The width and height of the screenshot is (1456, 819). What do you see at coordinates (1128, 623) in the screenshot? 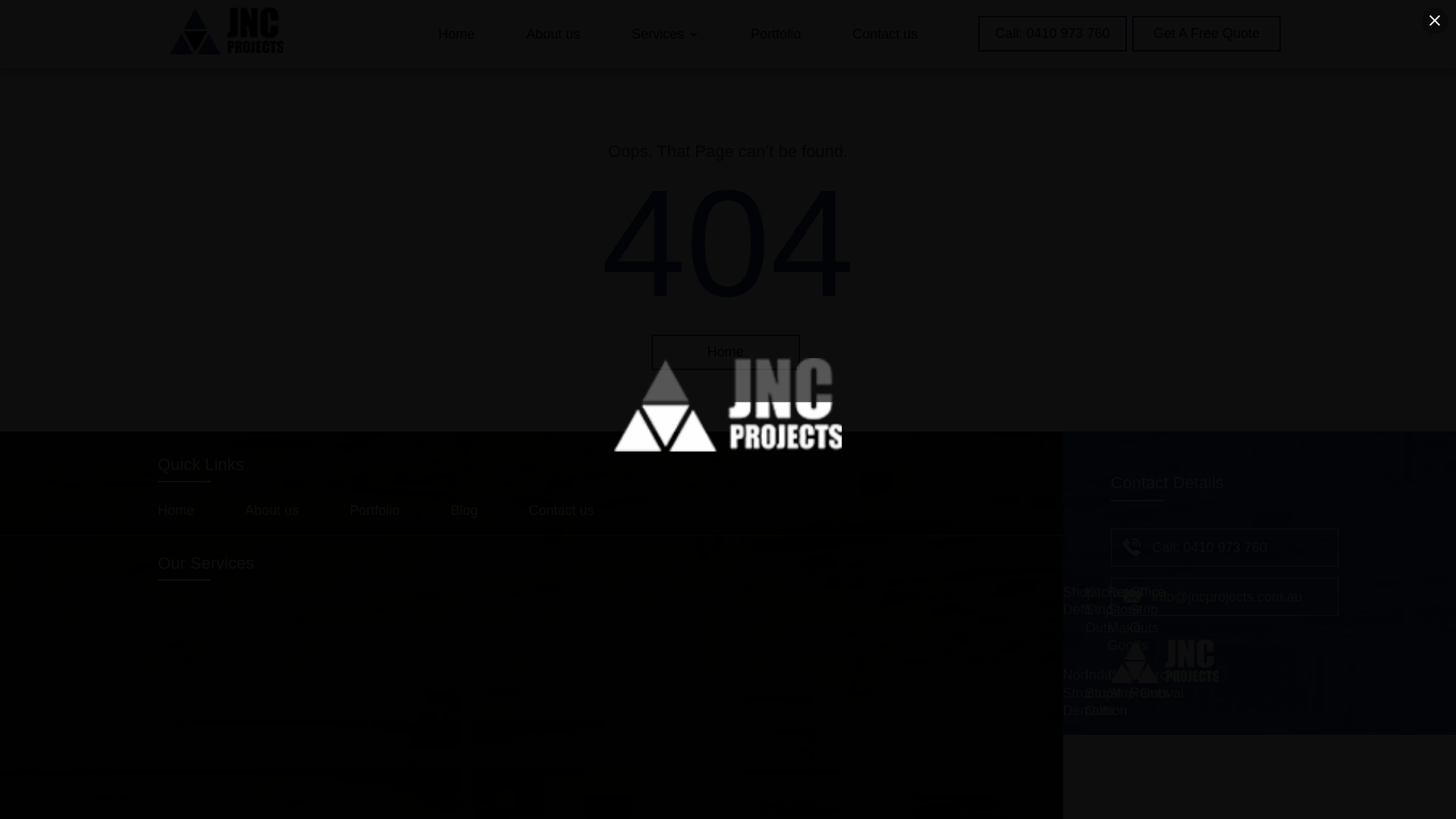
I see `'Retail Store Make Goods'` at bounding box center [1128, 623].